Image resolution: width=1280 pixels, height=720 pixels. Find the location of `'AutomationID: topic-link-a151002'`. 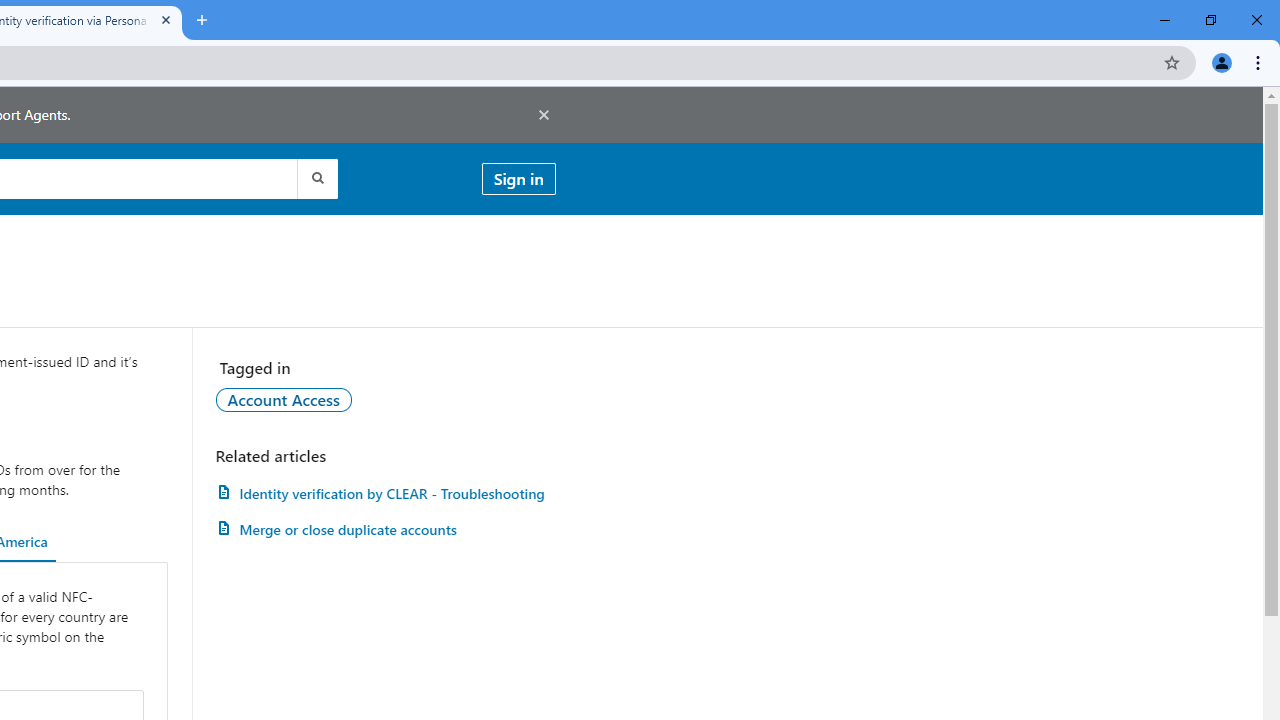

'AutomationID: topic-link-a151002' is located at coordinates (282, 399).